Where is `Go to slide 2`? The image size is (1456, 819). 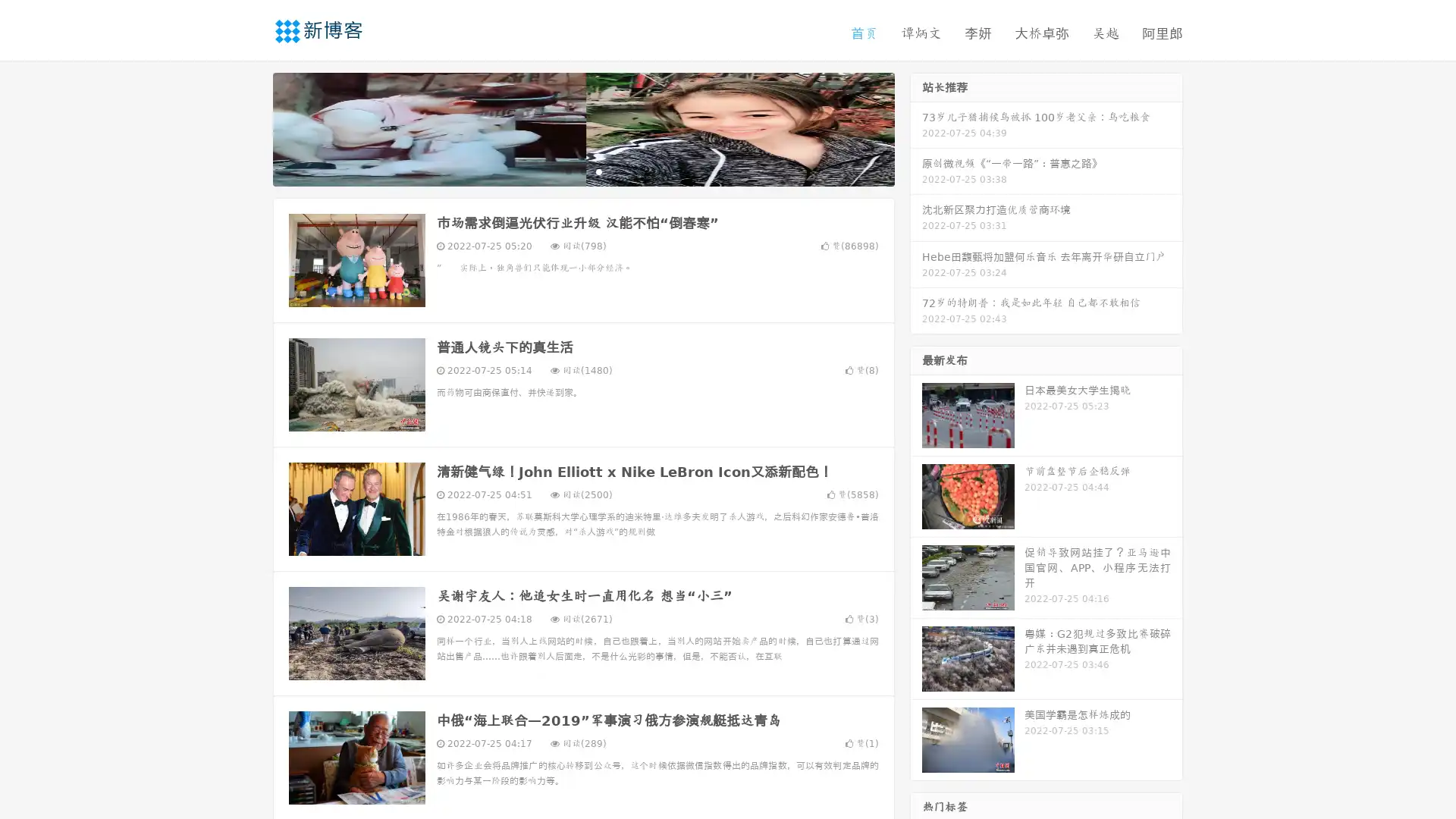 Go to slide 2 is located at coordinates (582, 171).